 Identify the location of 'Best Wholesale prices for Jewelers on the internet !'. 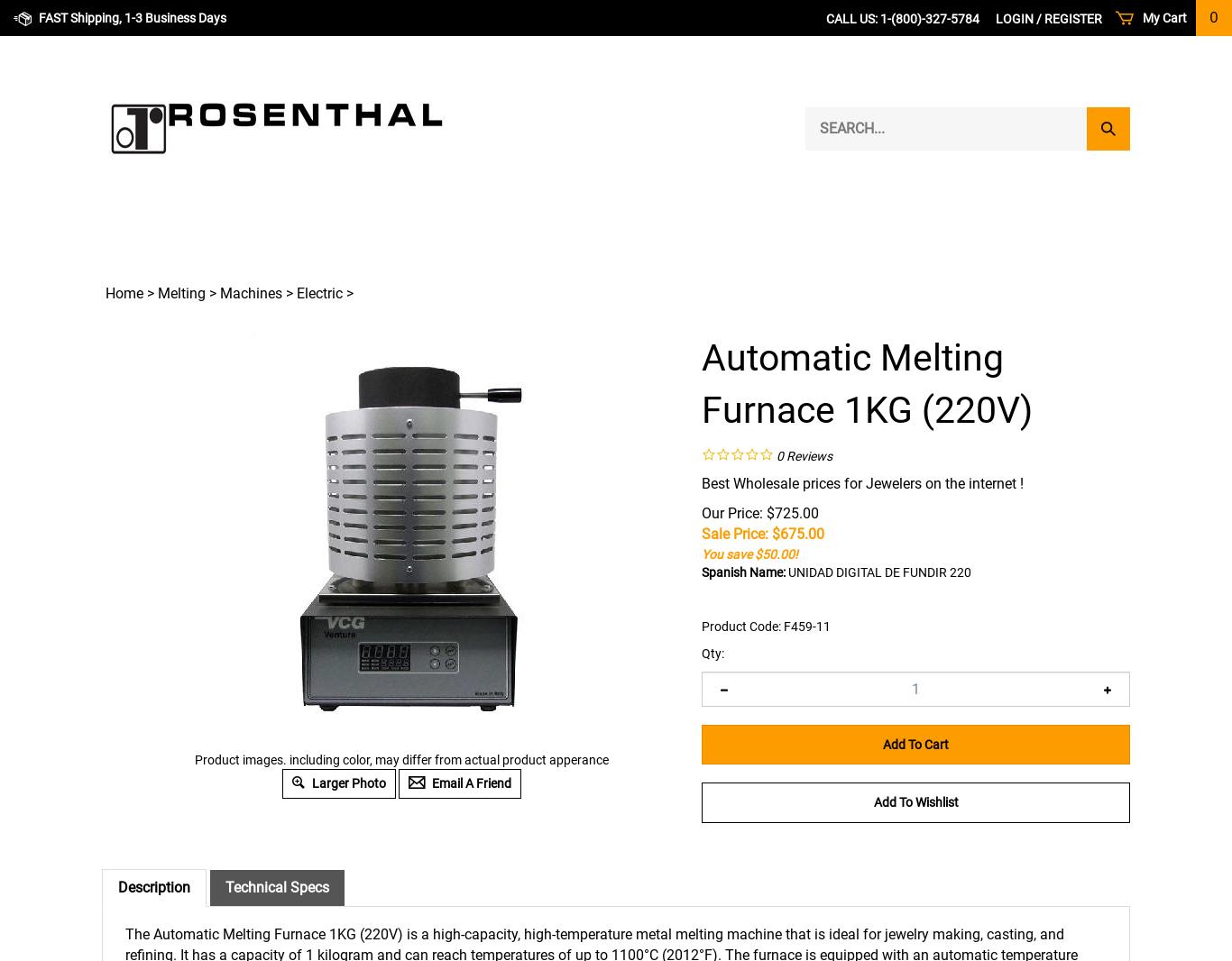
(862, 482).